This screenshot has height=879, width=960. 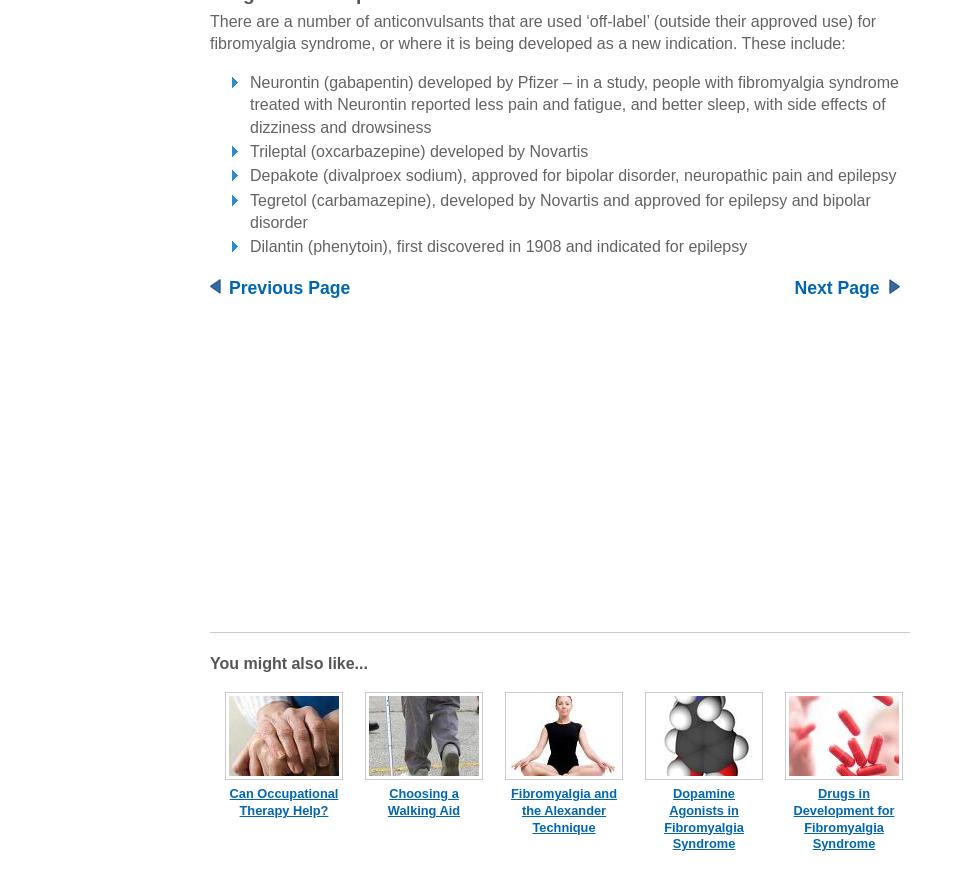 What do you see at coordinates (563, 808) in the screenshot?
I see `'Fibromyalgia and the Alexander Technique'` at bounding box center [563, 808].